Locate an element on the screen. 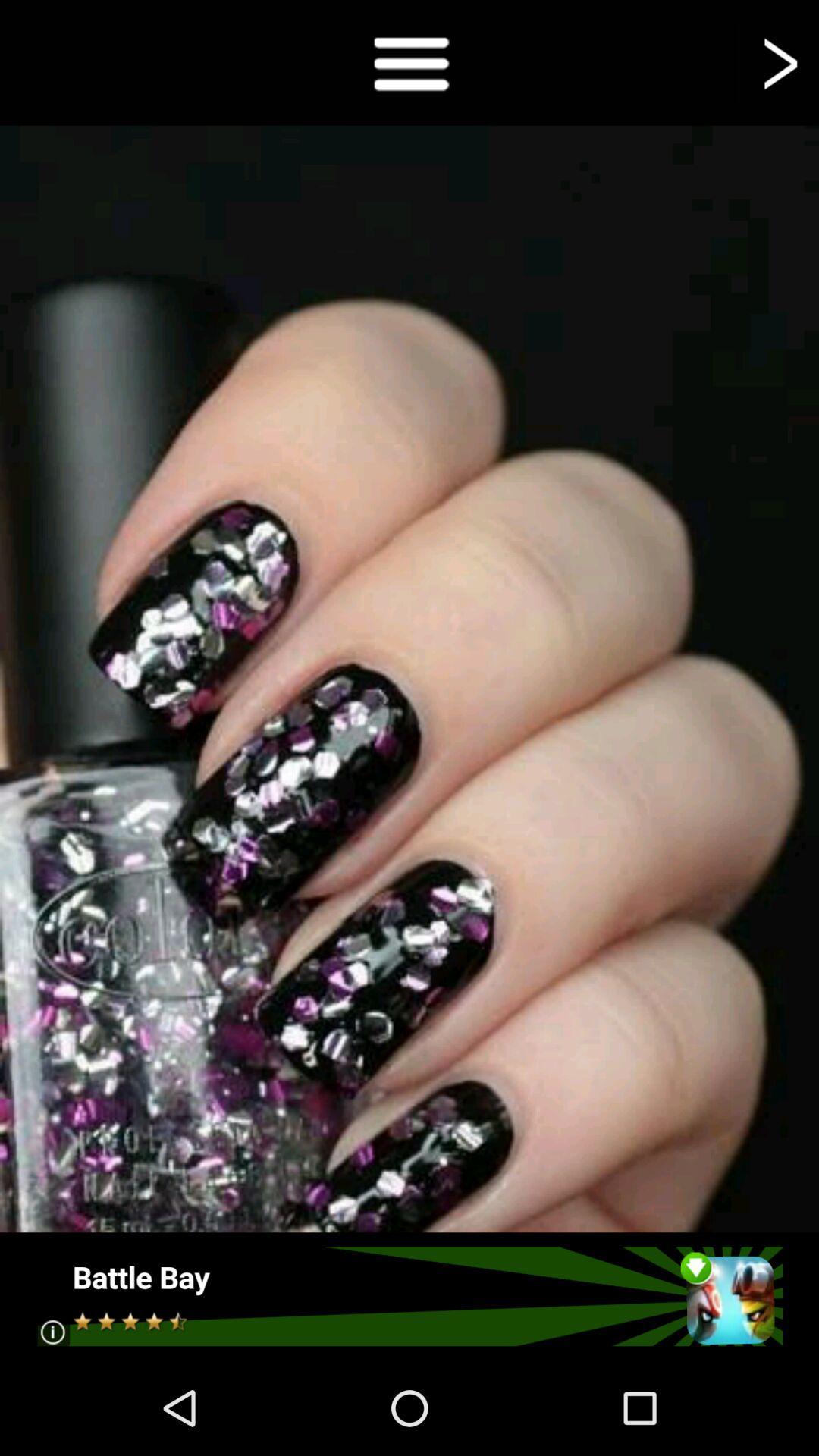  go forward is located at coordinates (778, 61).